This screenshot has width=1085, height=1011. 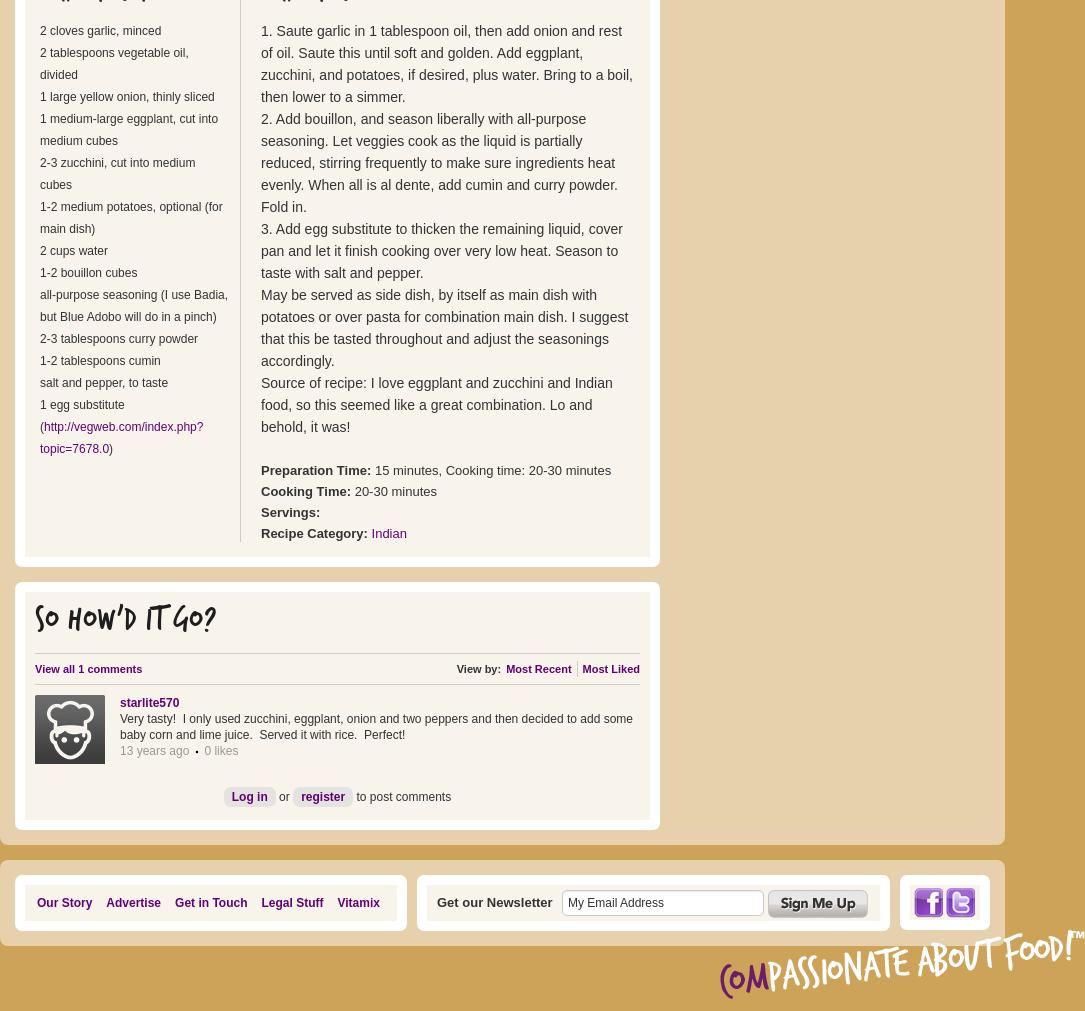 What do you see at coordinates (388, 533) in the screenshot?
I see `'Indian'` at bounding box center [388, 533].